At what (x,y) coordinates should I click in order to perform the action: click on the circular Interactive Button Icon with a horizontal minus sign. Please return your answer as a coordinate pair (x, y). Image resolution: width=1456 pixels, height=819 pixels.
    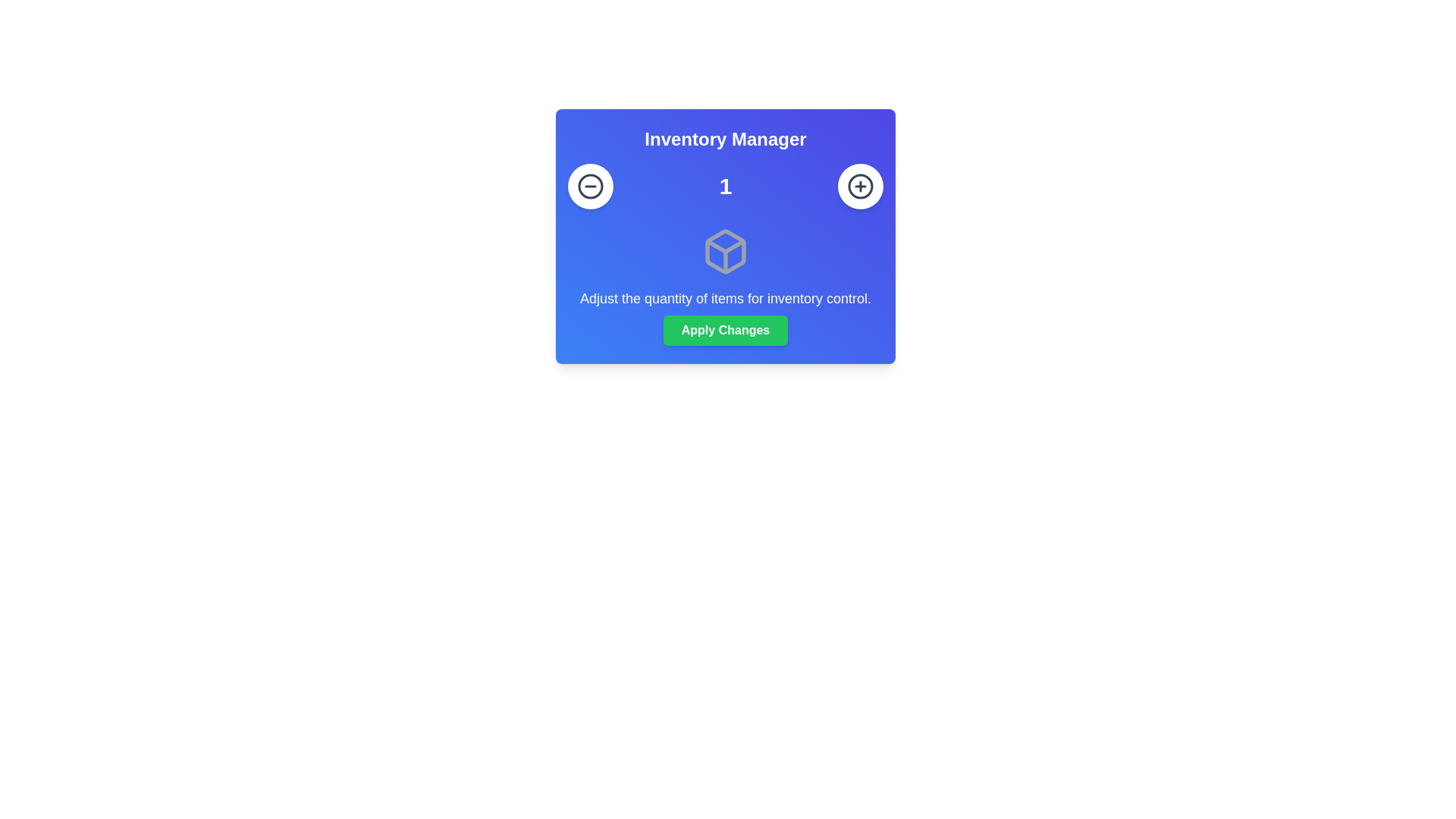
    Looking at the image, I should click on (589, 186).